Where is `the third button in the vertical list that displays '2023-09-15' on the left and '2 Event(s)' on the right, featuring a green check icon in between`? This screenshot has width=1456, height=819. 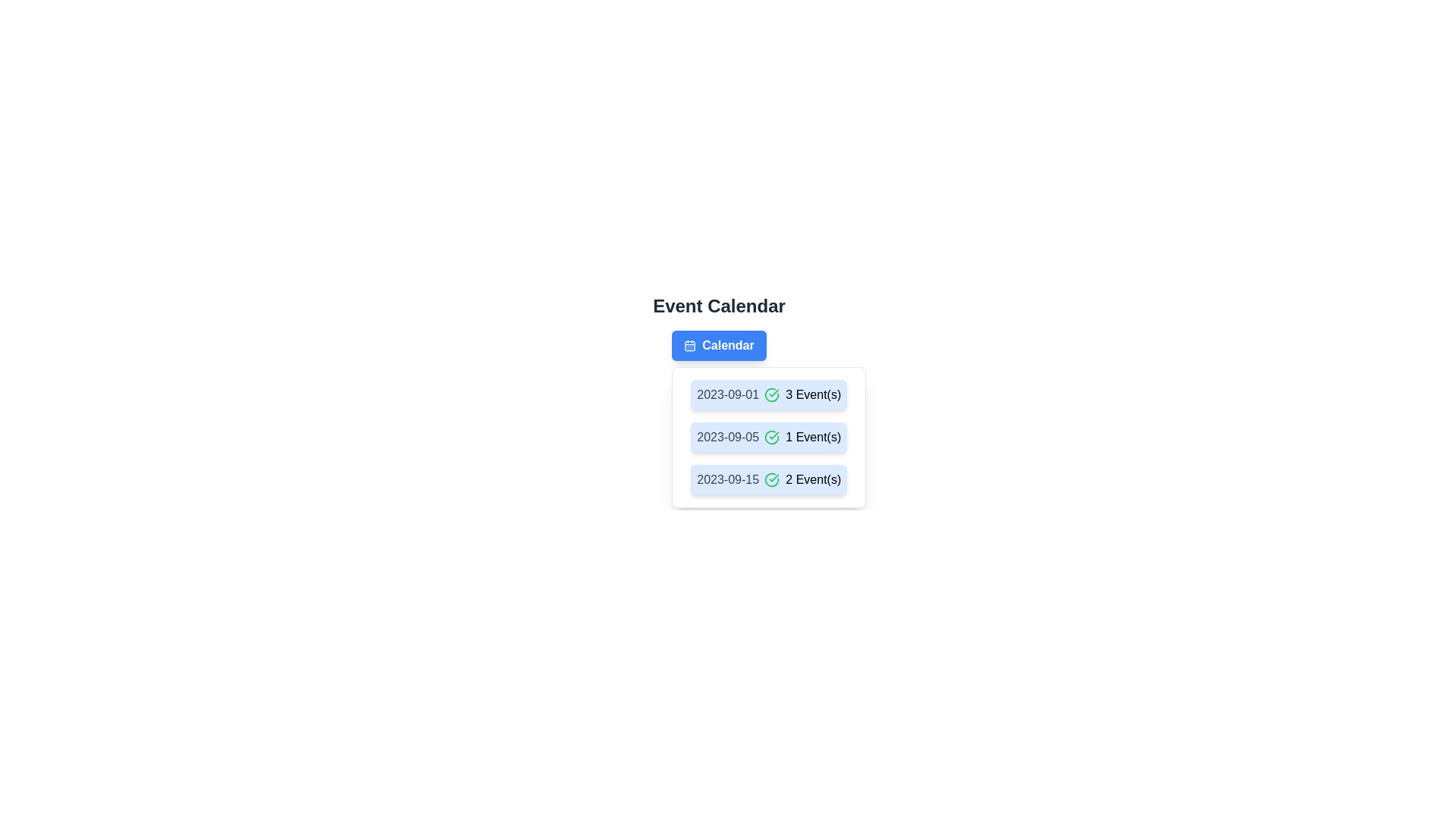 the third button in the vertical list that displays '2023-09-15' on the left and '2 Event(s)' on the right, featuring a green check icon in between is located at coordinates (769, 479).